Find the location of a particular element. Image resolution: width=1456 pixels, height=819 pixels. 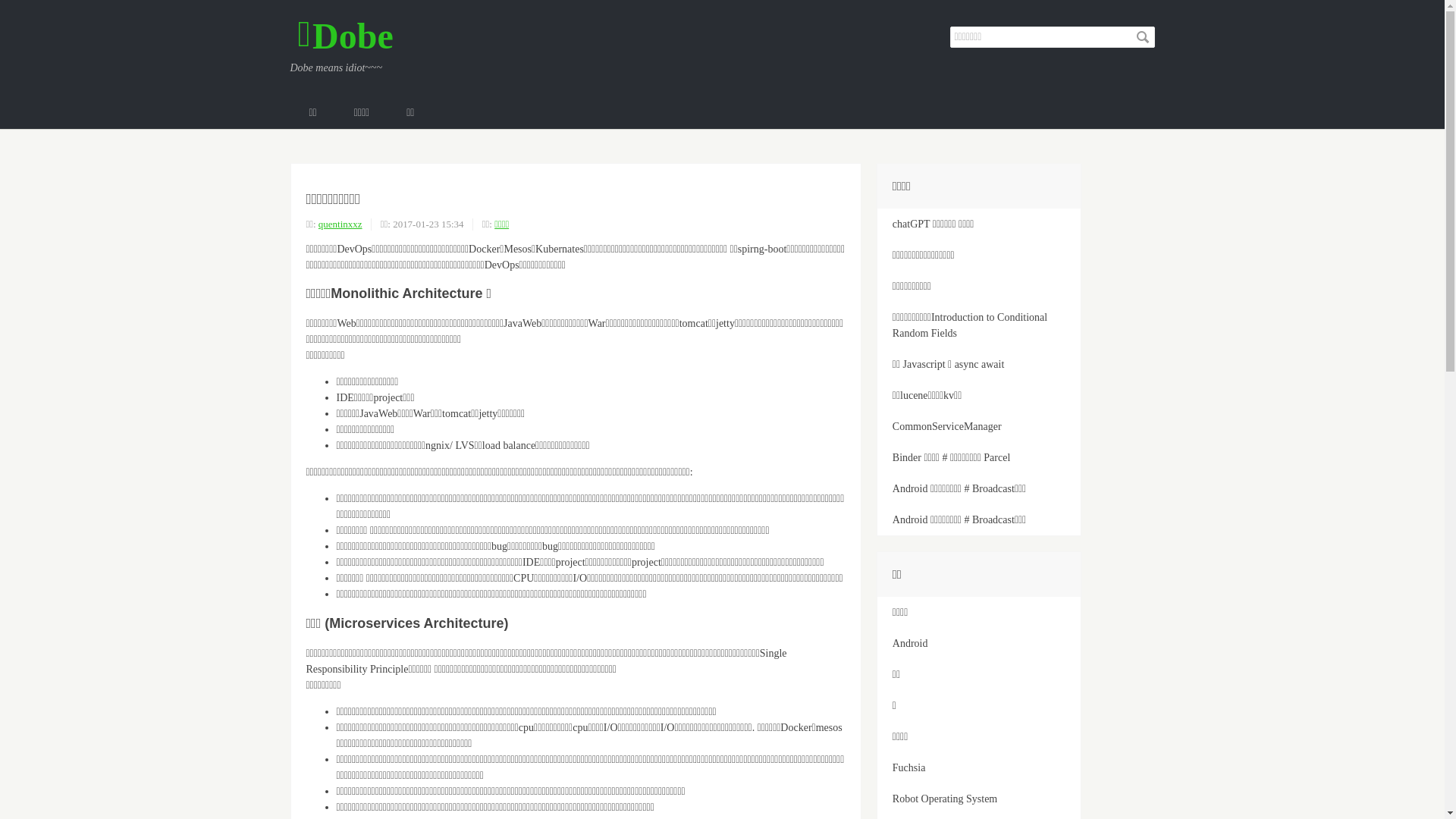

'Fuchsia' is located at coordinates (979, 767).